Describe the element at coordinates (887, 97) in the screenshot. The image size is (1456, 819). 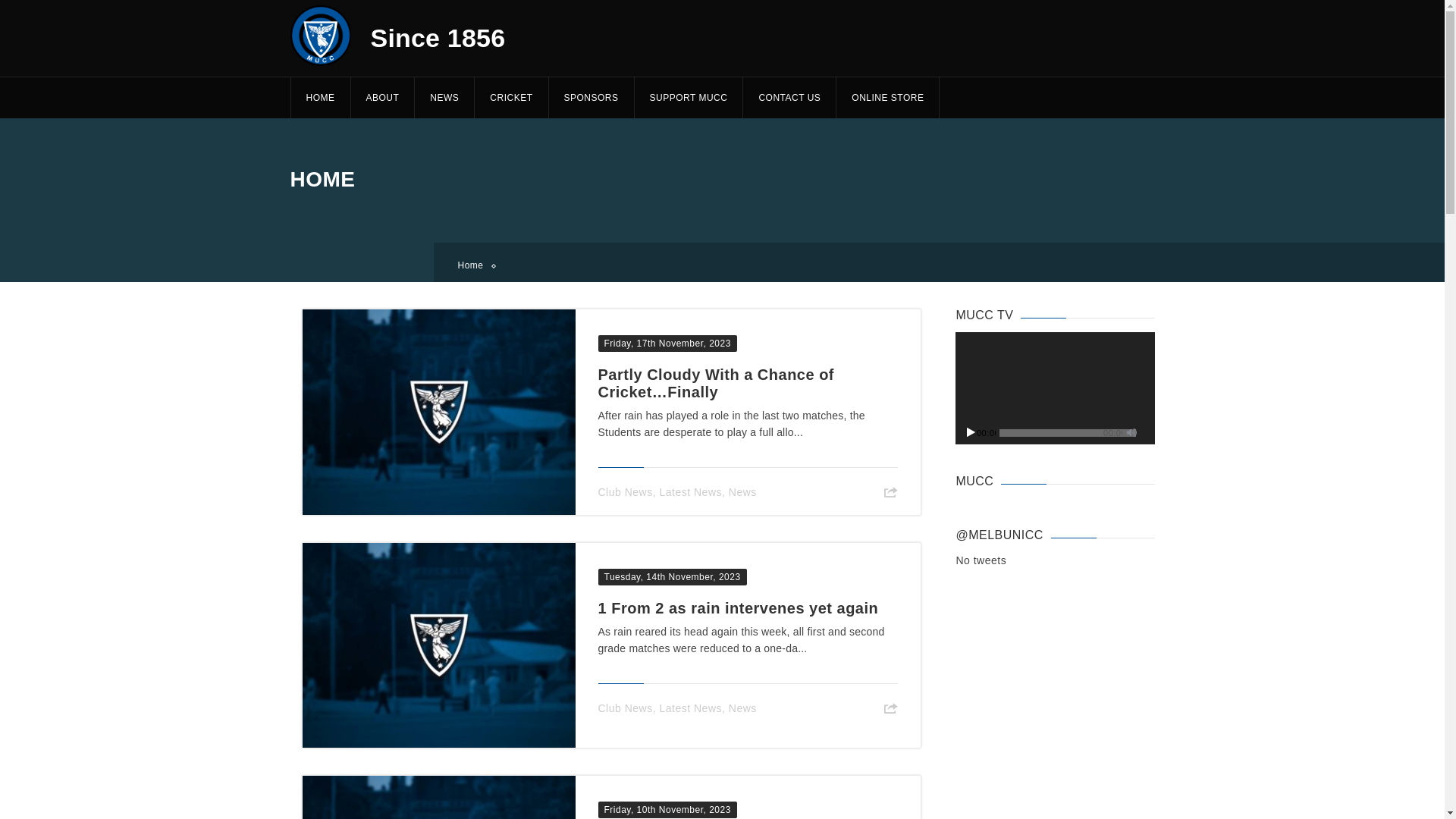
I see `'ONLINE STORE'` at that location.